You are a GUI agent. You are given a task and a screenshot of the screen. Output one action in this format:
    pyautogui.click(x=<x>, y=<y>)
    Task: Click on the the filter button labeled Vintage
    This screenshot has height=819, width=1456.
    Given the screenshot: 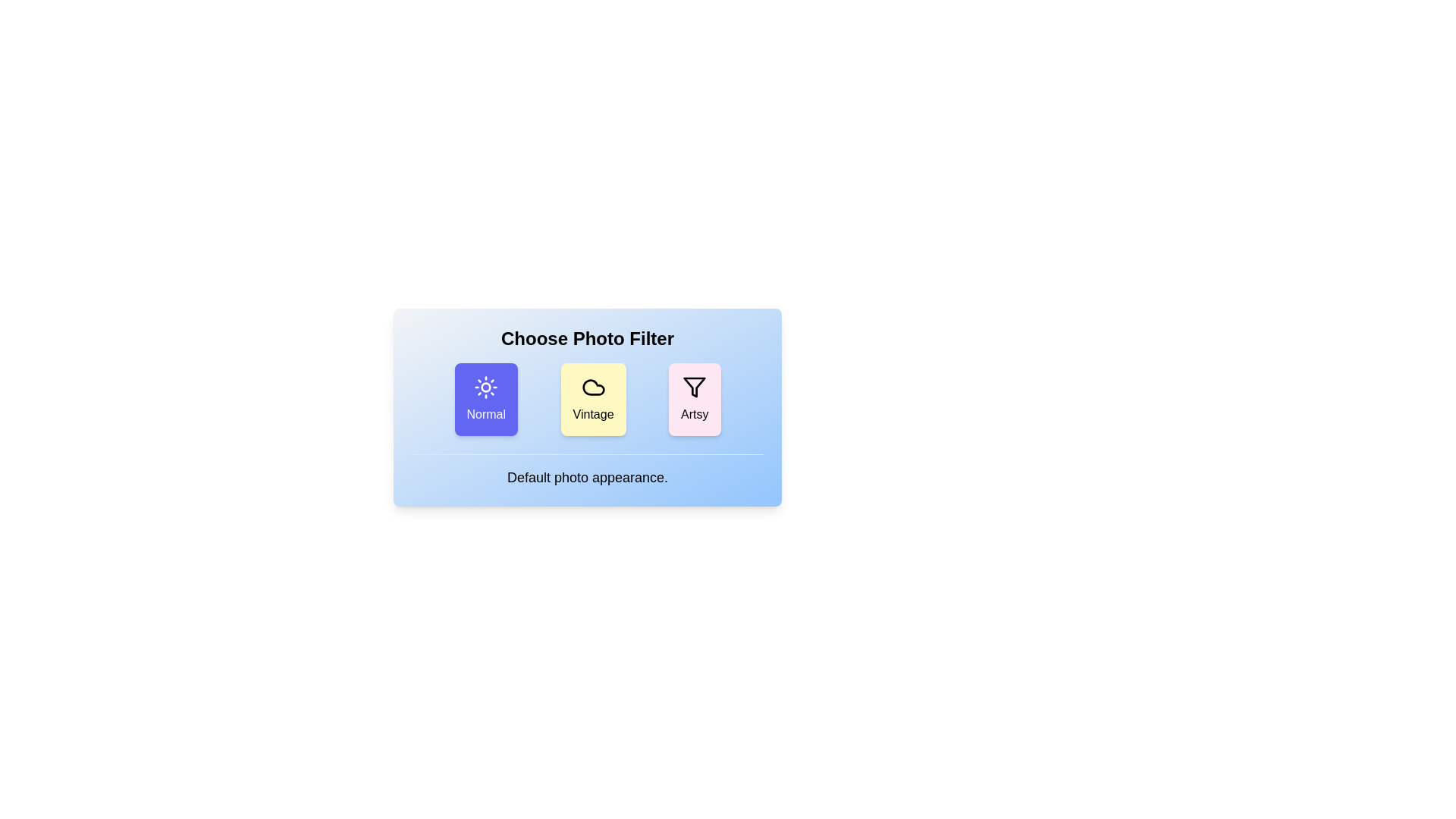 What is the action you would take?
    pyautogui.click(x=592, y=399)
    